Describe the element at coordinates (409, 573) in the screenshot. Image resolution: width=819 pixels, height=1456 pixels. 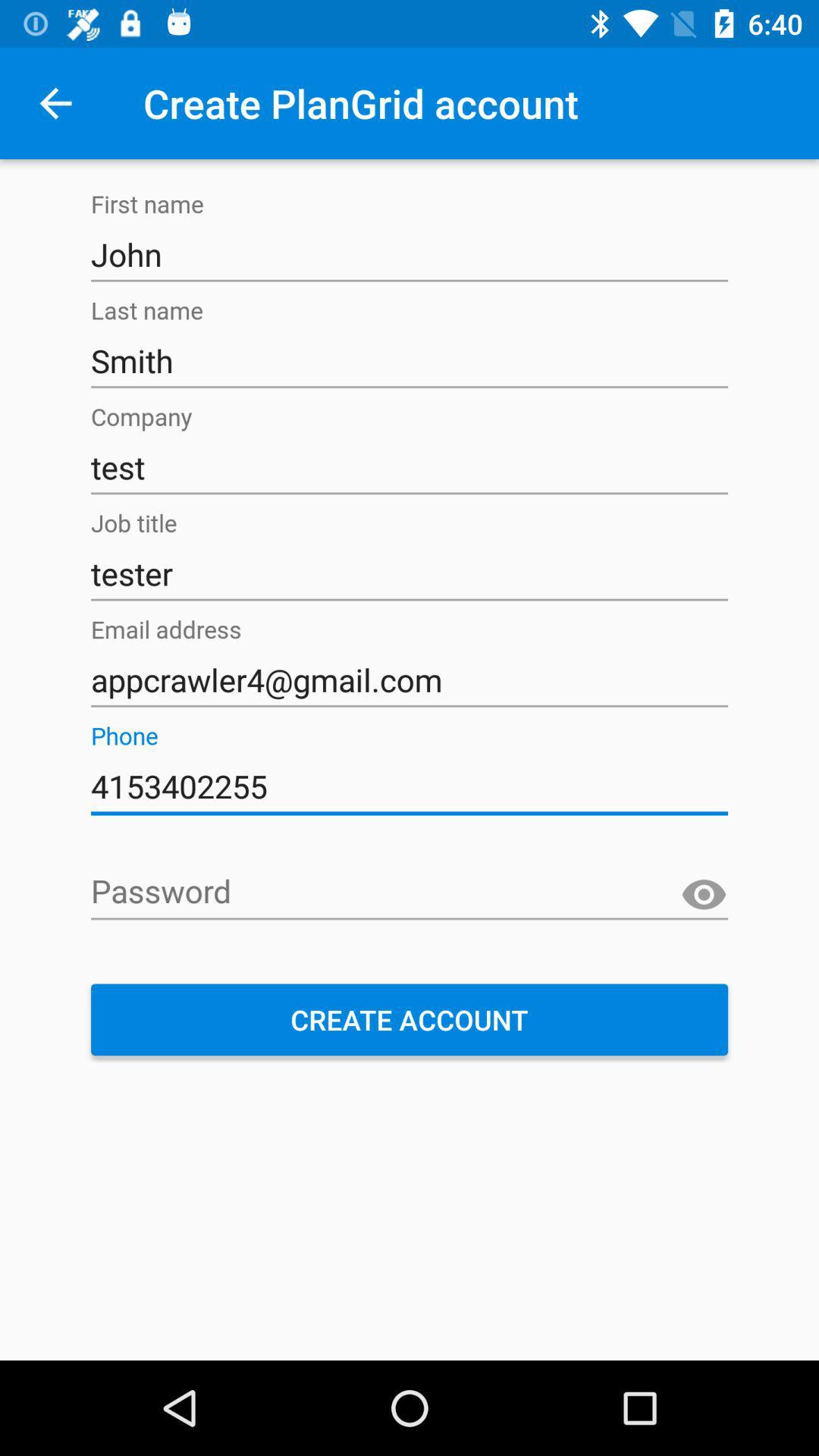
I see `item below test icon` at that location.